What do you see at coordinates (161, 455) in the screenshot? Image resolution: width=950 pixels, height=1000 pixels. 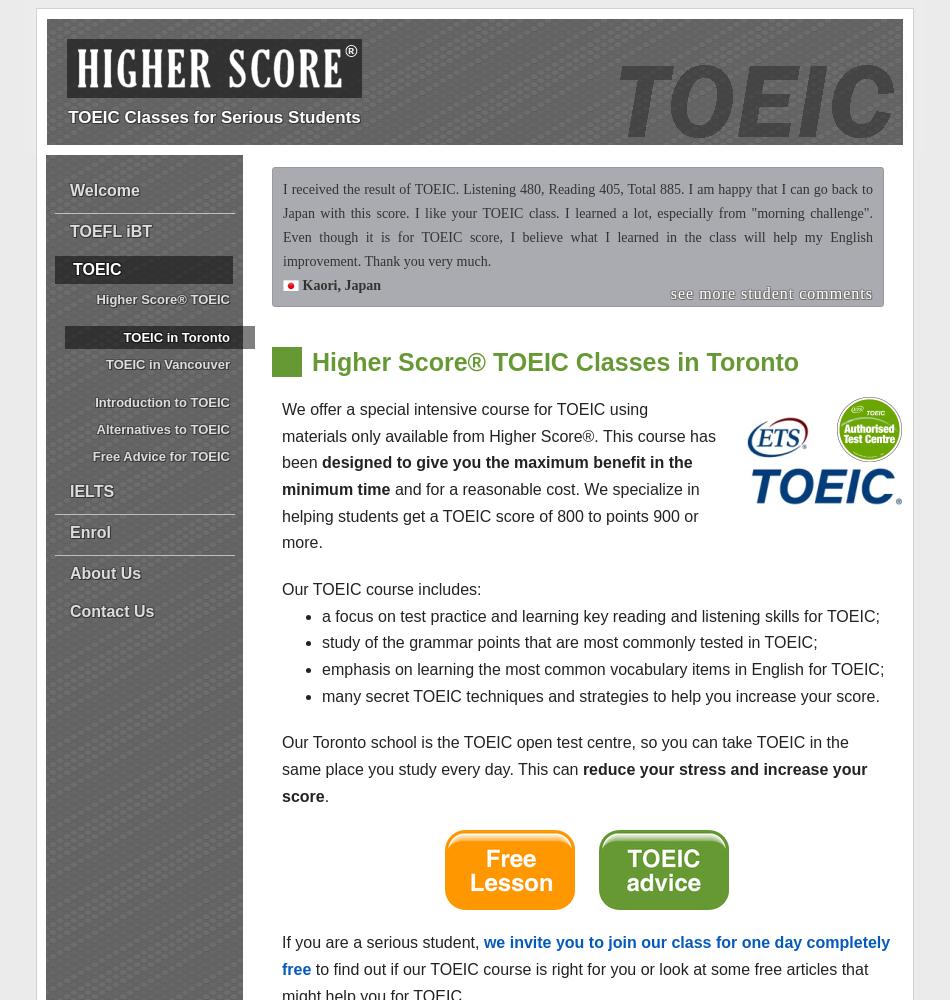 I see `'Free Advice for TOEIC'` at bounding box center [161, 455].